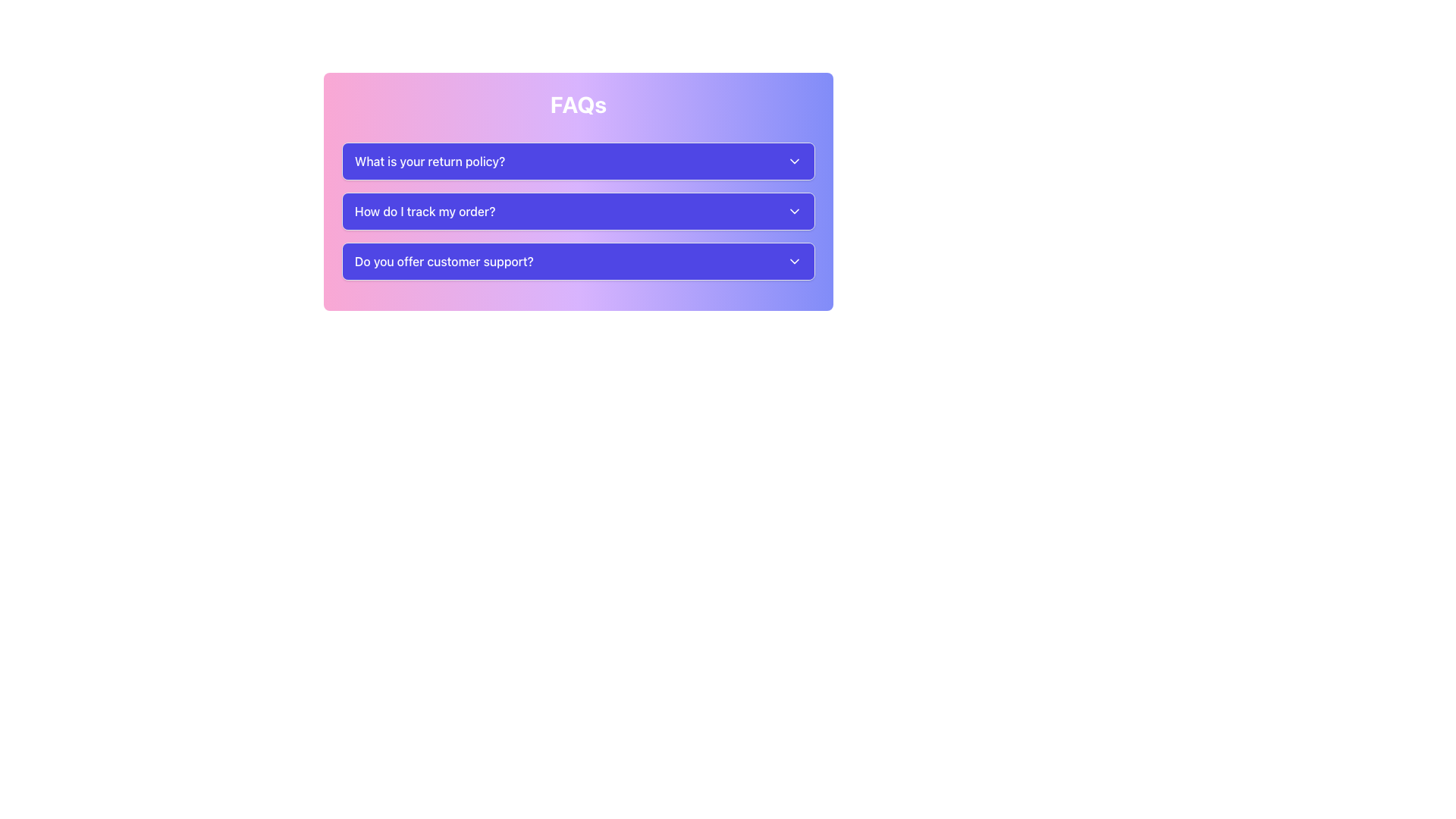 Image resolution: width=1456 pixels, height=819 pixels. What do you see at coordinates (578, 211) in the screenshot?
I see `the second button in the 'FAQs' section that expands or collapses the detailed answer to 'How do I track my order?'` at bounding box center [578, 211].